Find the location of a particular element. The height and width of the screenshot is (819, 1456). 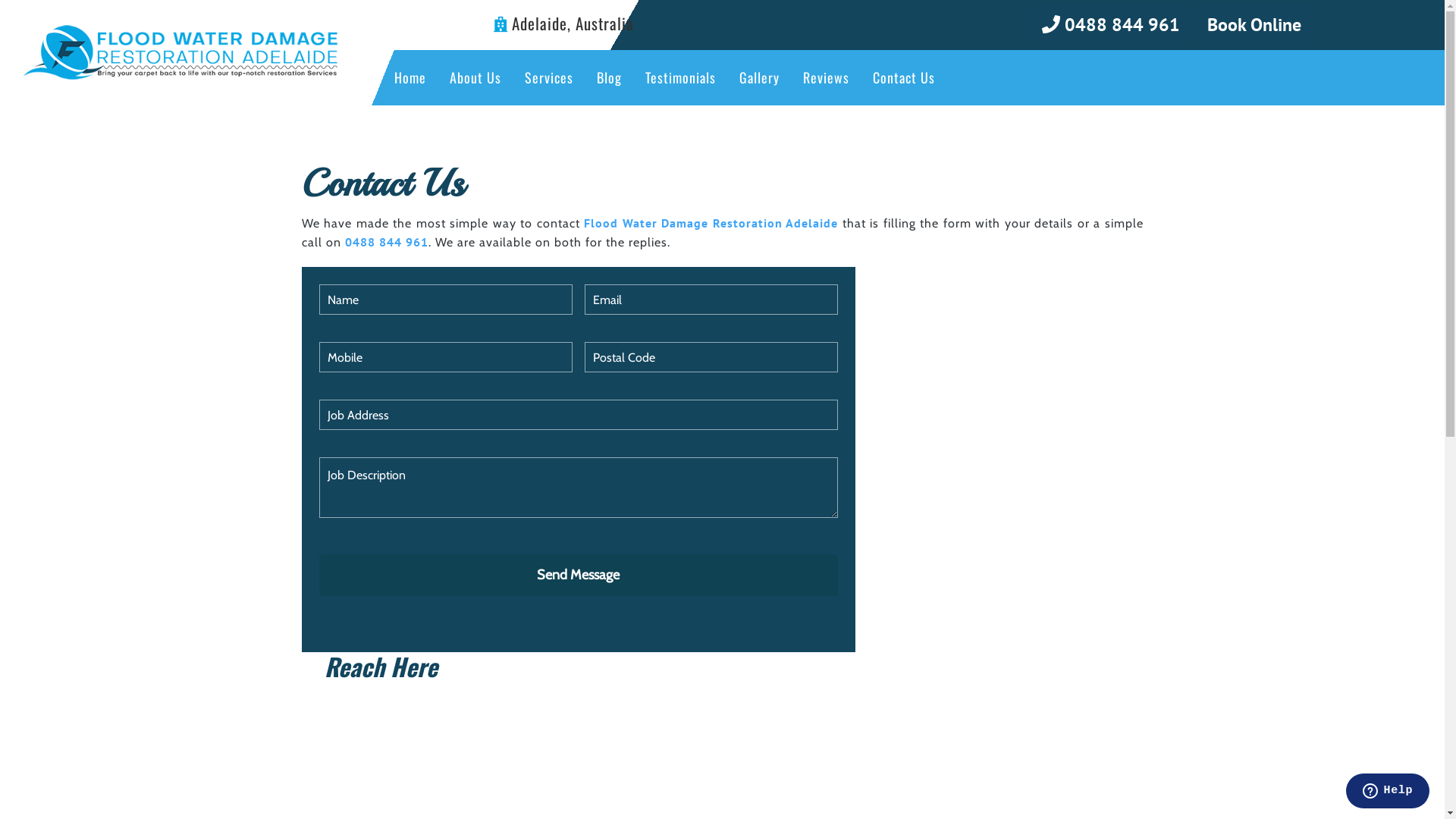

'Gallery' is located at coordinates (759, 77).